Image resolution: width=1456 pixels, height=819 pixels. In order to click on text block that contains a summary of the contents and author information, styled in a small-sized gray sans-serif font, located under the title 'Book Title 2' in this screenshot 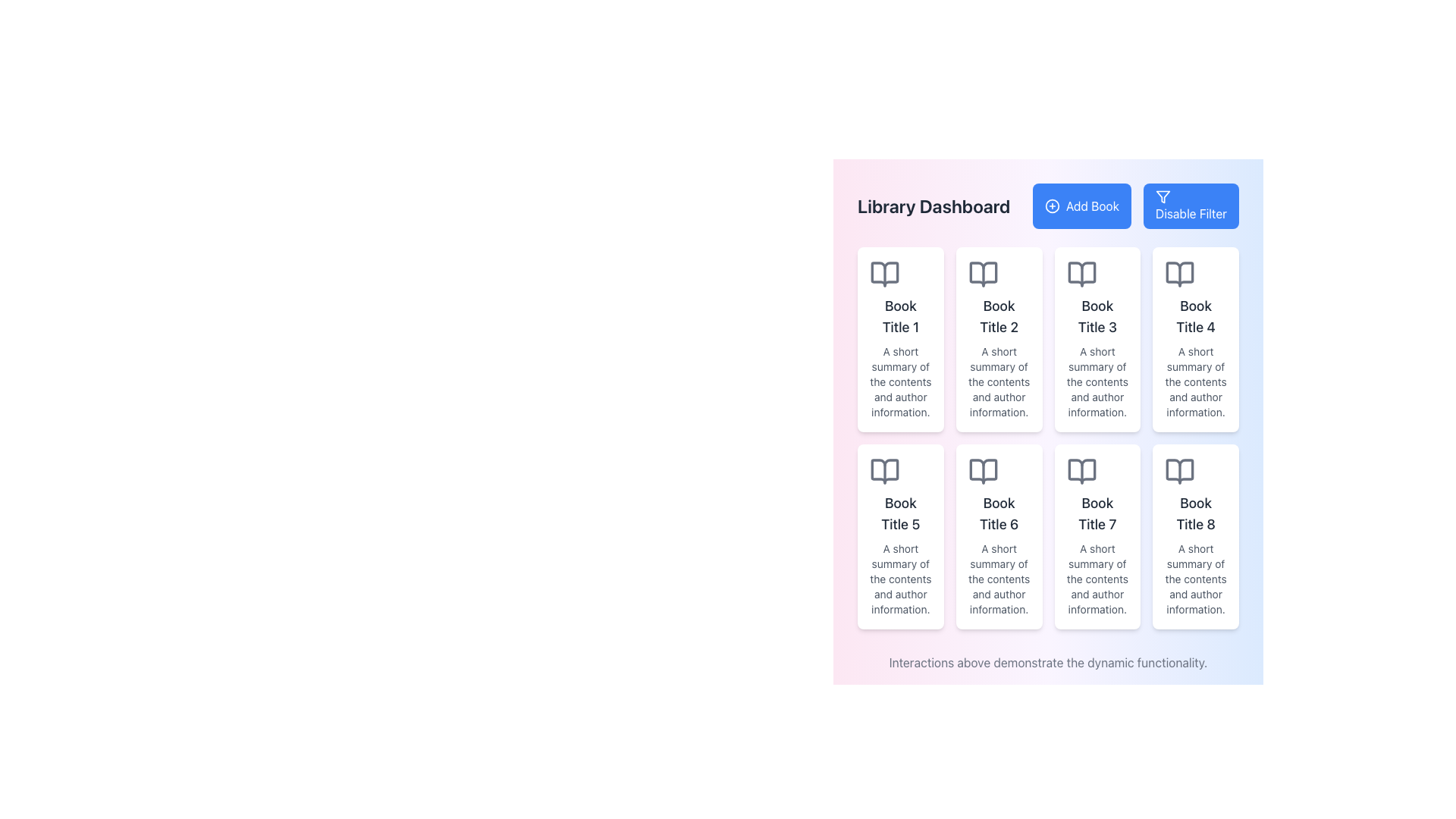, I will do `click(999, 381)`.